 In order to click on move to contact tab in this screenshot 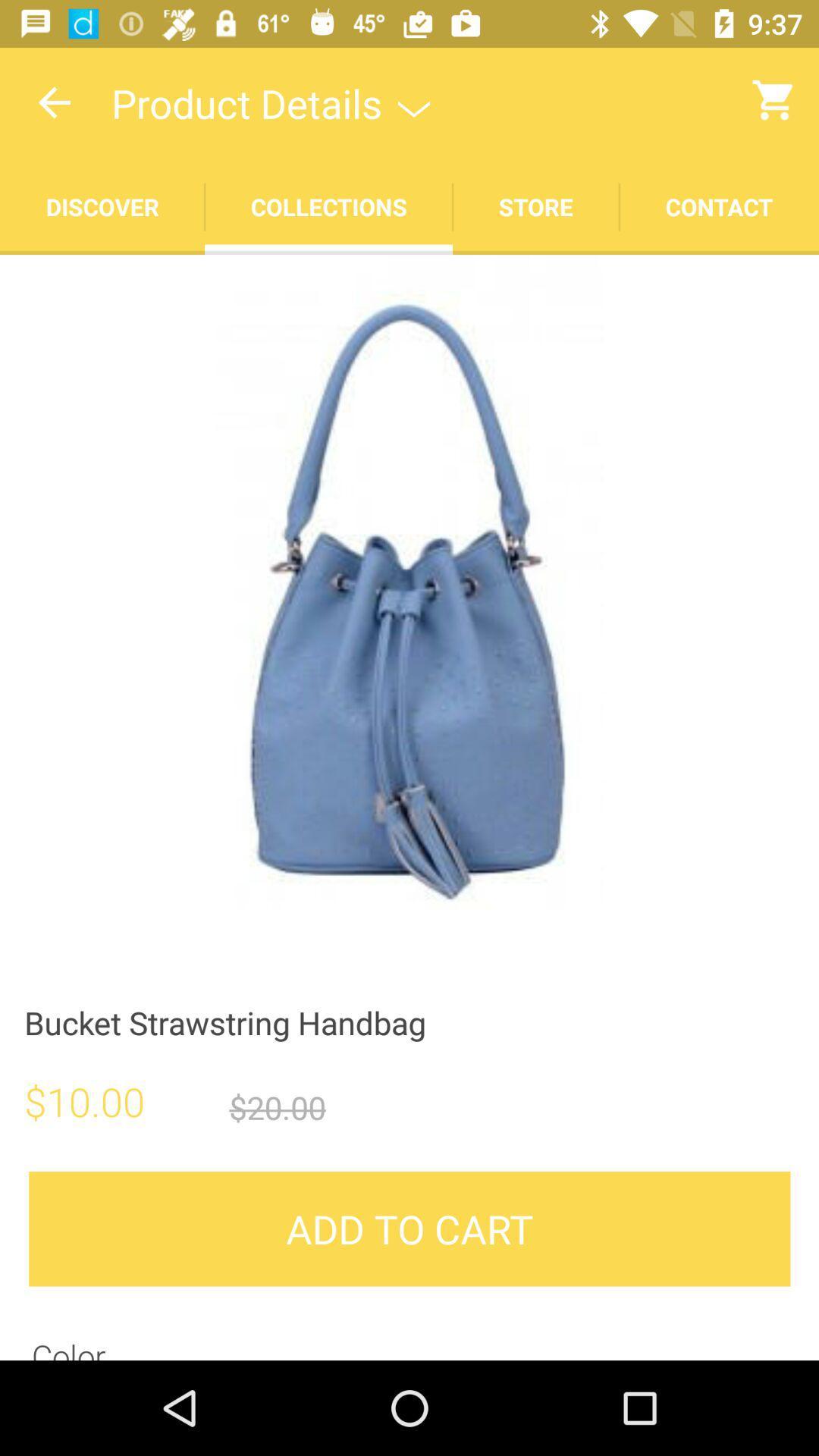, I will do `click(718, 206)`.